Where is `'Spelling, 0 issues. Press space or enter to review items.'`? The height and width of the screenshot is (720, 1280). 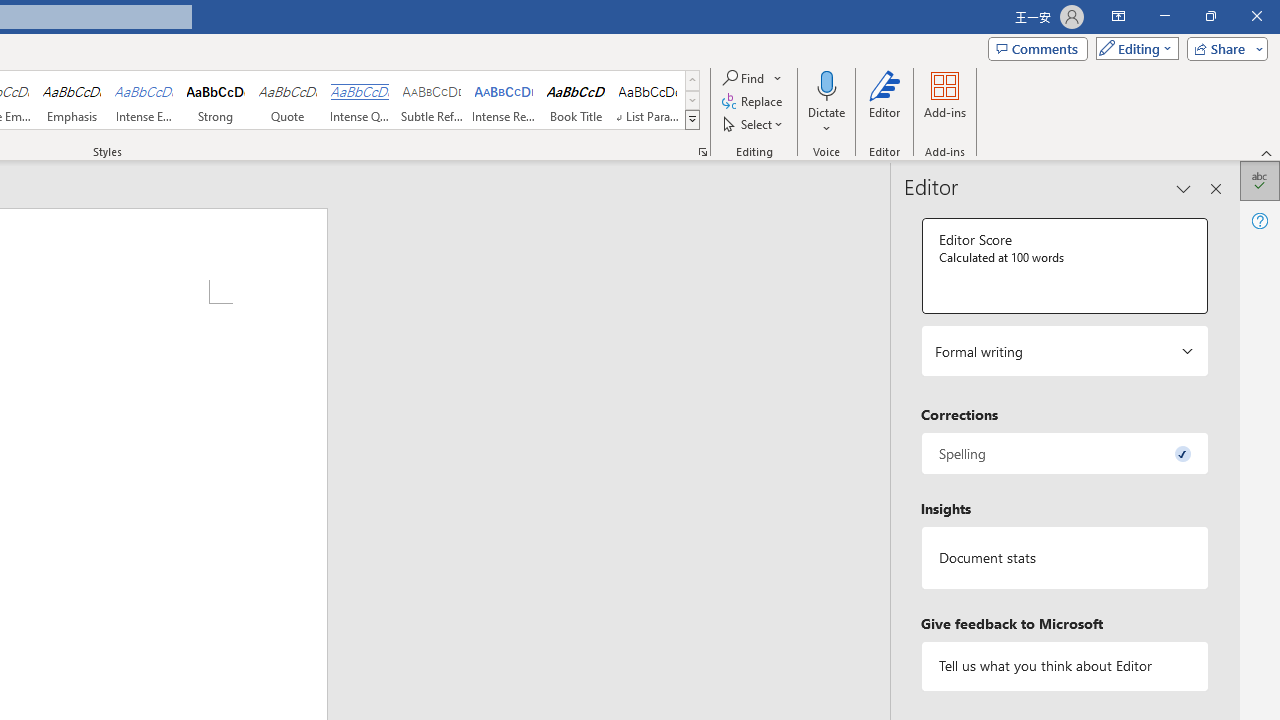 'Spelling, 0 issues. Press space or enter to review items.' is located at coordinates (1063, 453).